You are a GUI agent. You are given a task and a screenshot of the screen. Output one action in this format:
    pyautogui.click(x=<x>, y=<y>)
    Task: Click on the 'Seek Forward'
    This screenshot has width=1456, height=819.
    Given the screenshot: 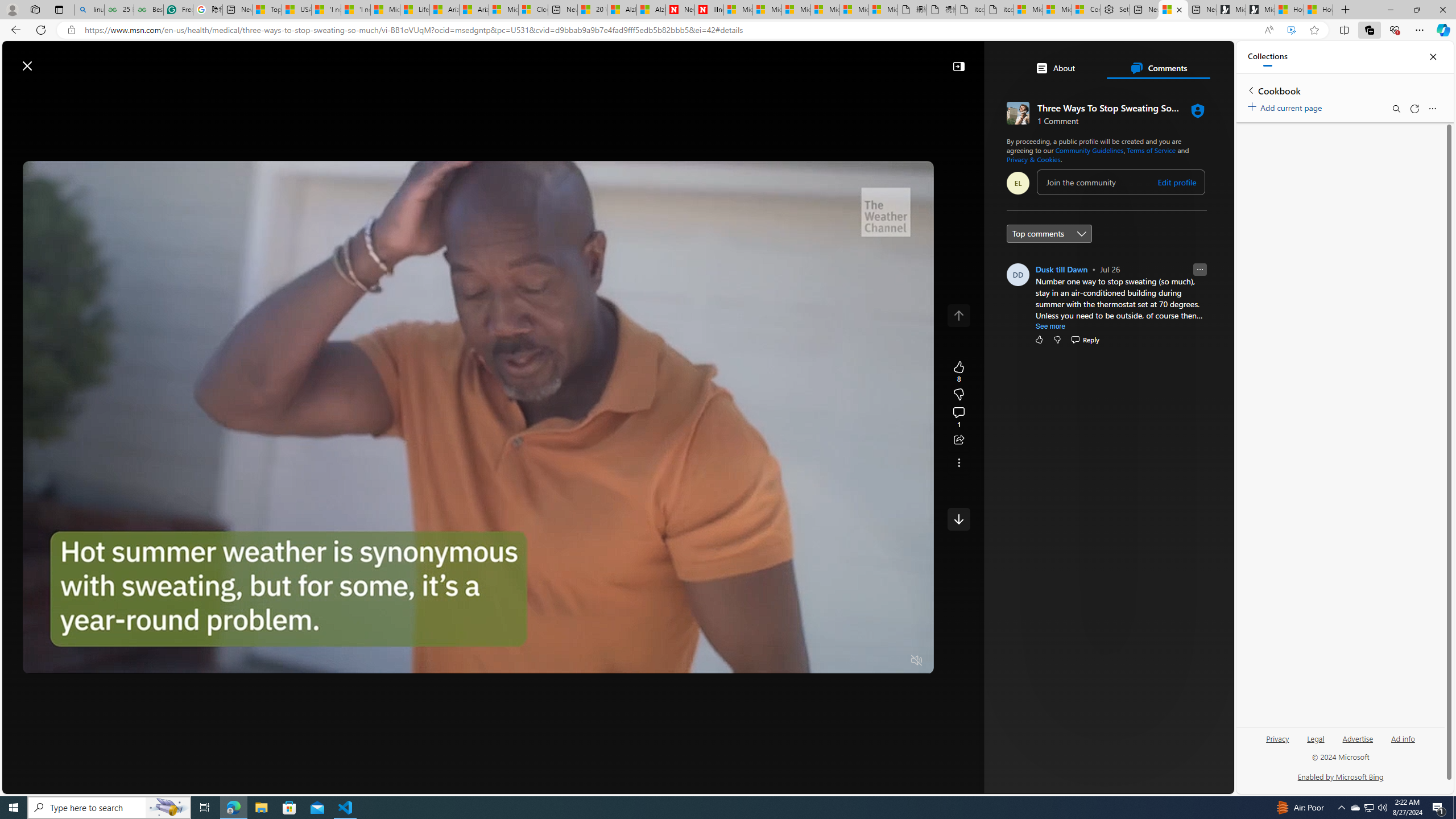 What is the action you would take?
    pyautogui.click(x=84, y=660)
    